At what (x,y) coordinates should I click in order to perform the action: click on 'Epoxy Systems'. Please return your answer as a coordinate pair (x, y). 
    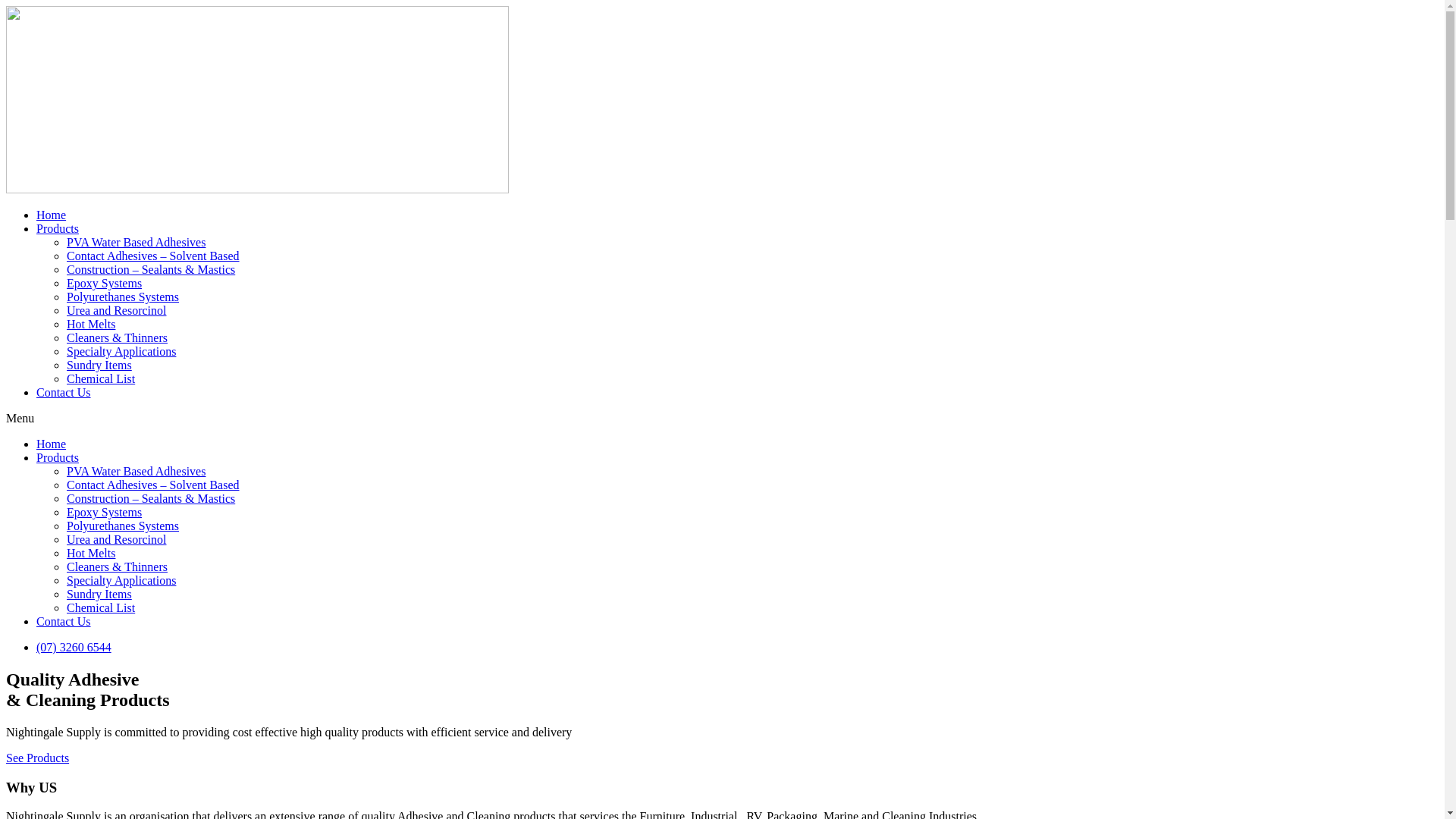
    Looking at the image, I should click on (103, 512).